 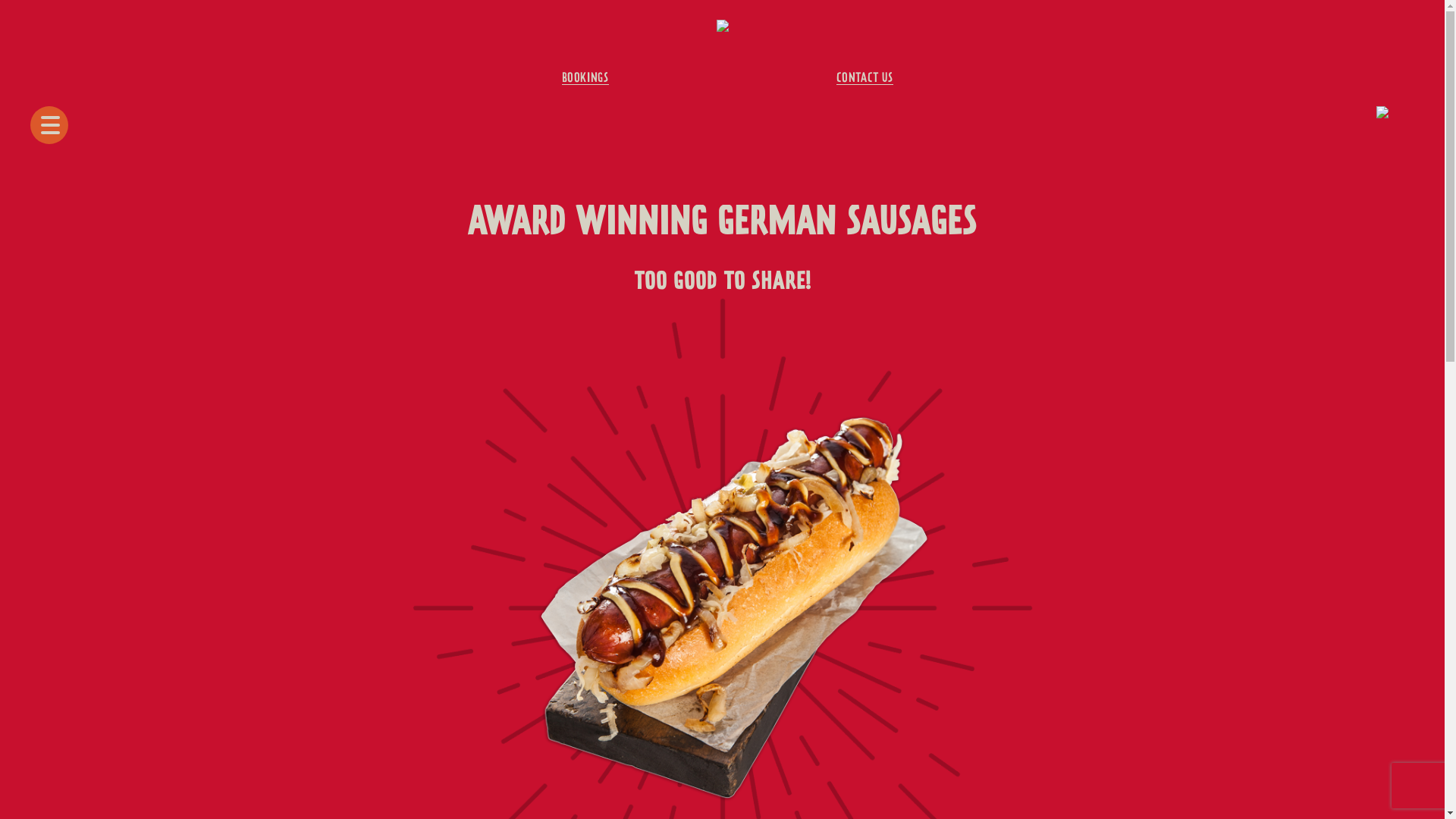 What do you see at coordinates (585, 78) in the screenshot?
I see `'BOOKINGS'` at bounding box center [585, 78].